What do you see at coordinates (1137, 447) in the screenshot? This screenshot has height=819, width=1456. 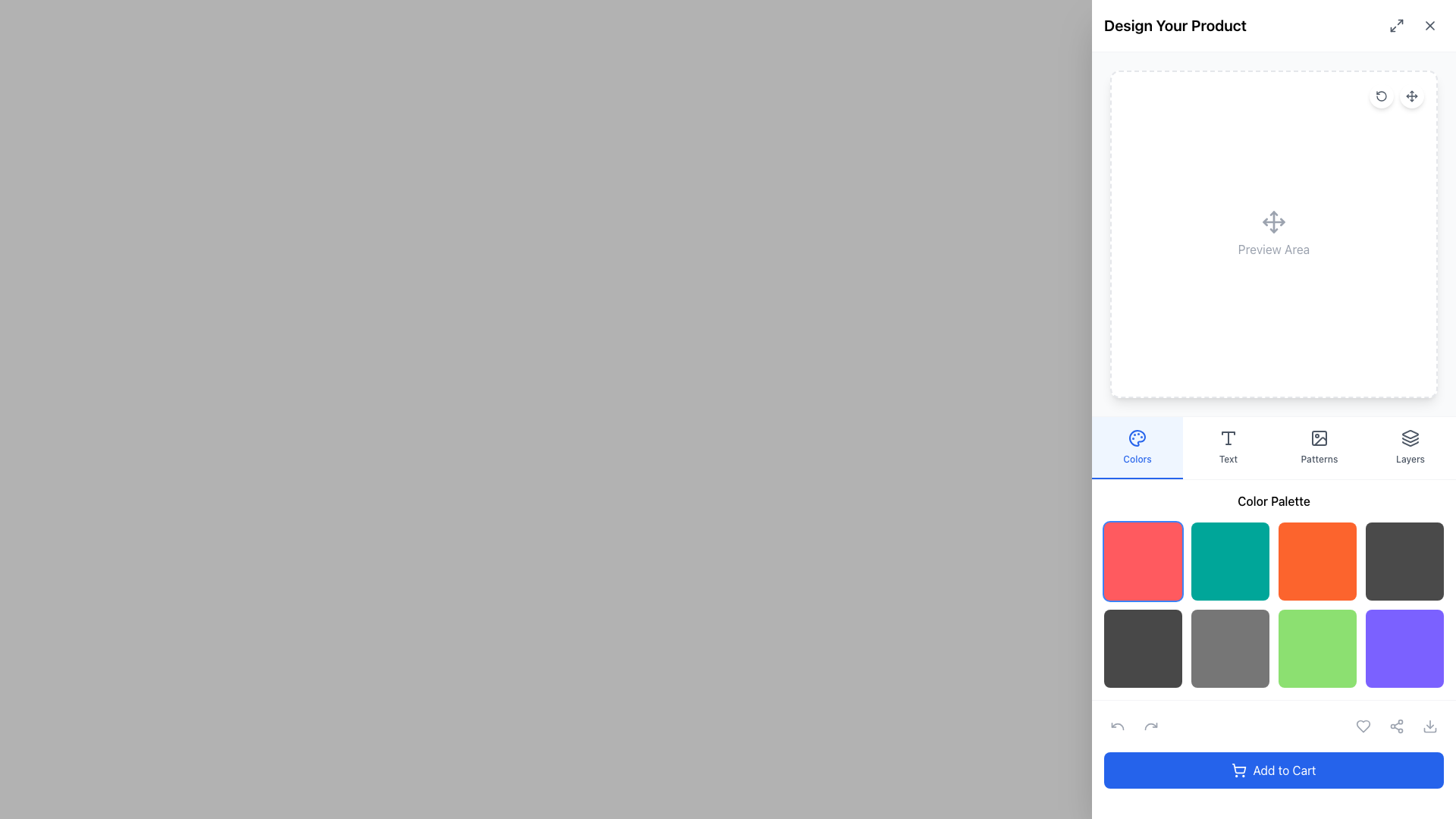 I see `the 'Colors' tab, which is the first tab in a horizontal list of tabs with a light blue background and a painter's palette icon above the text` at bounding box center [1137, 447].